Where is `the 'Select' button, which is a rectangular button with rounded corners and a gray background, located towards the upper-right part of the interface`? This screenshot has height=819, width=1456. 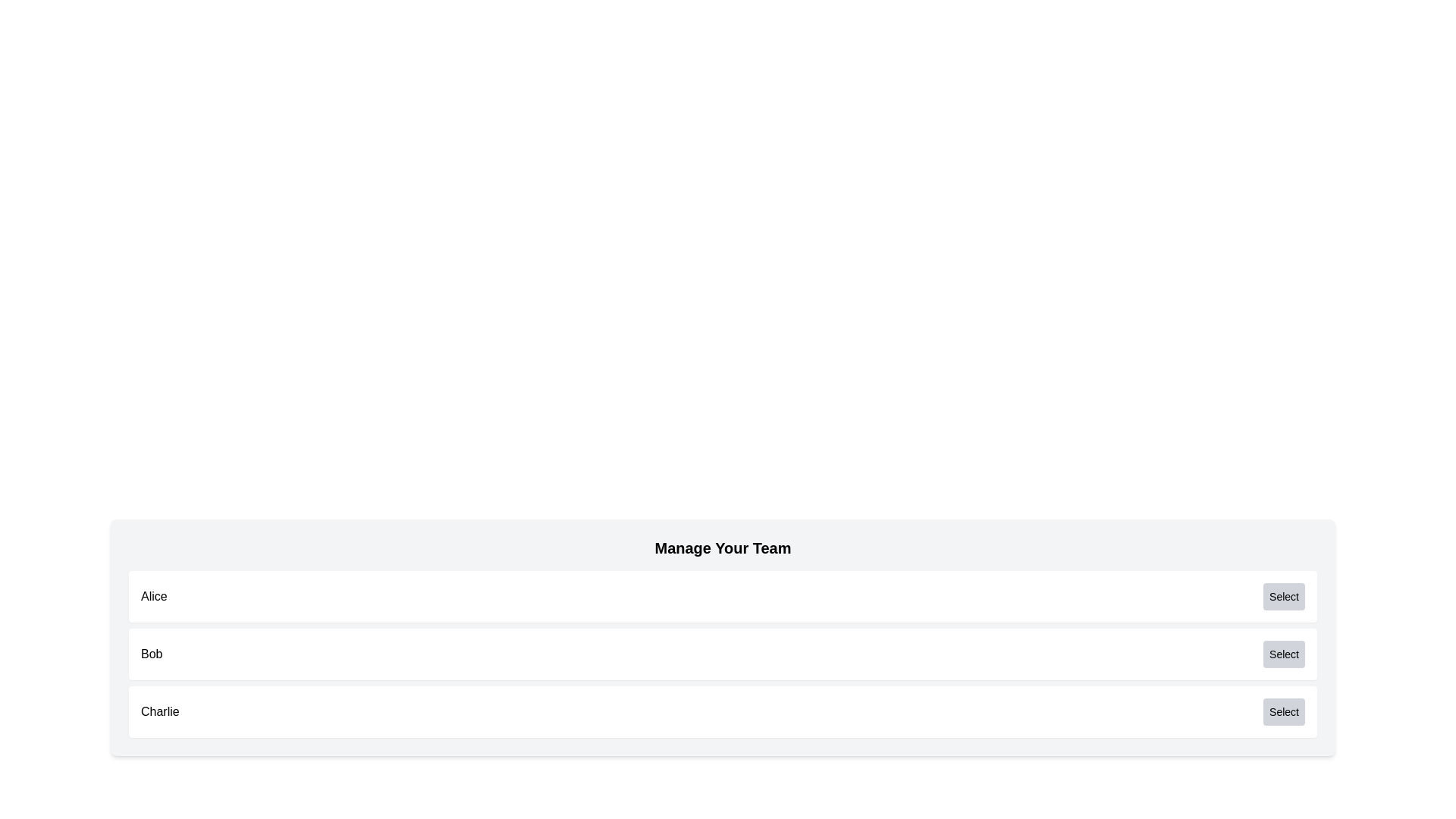
the 'Select' button, which is a rectangular button with rounded corners and a gray background, located towards the upper-right part of the interface is located at coordinates (1283, 595).